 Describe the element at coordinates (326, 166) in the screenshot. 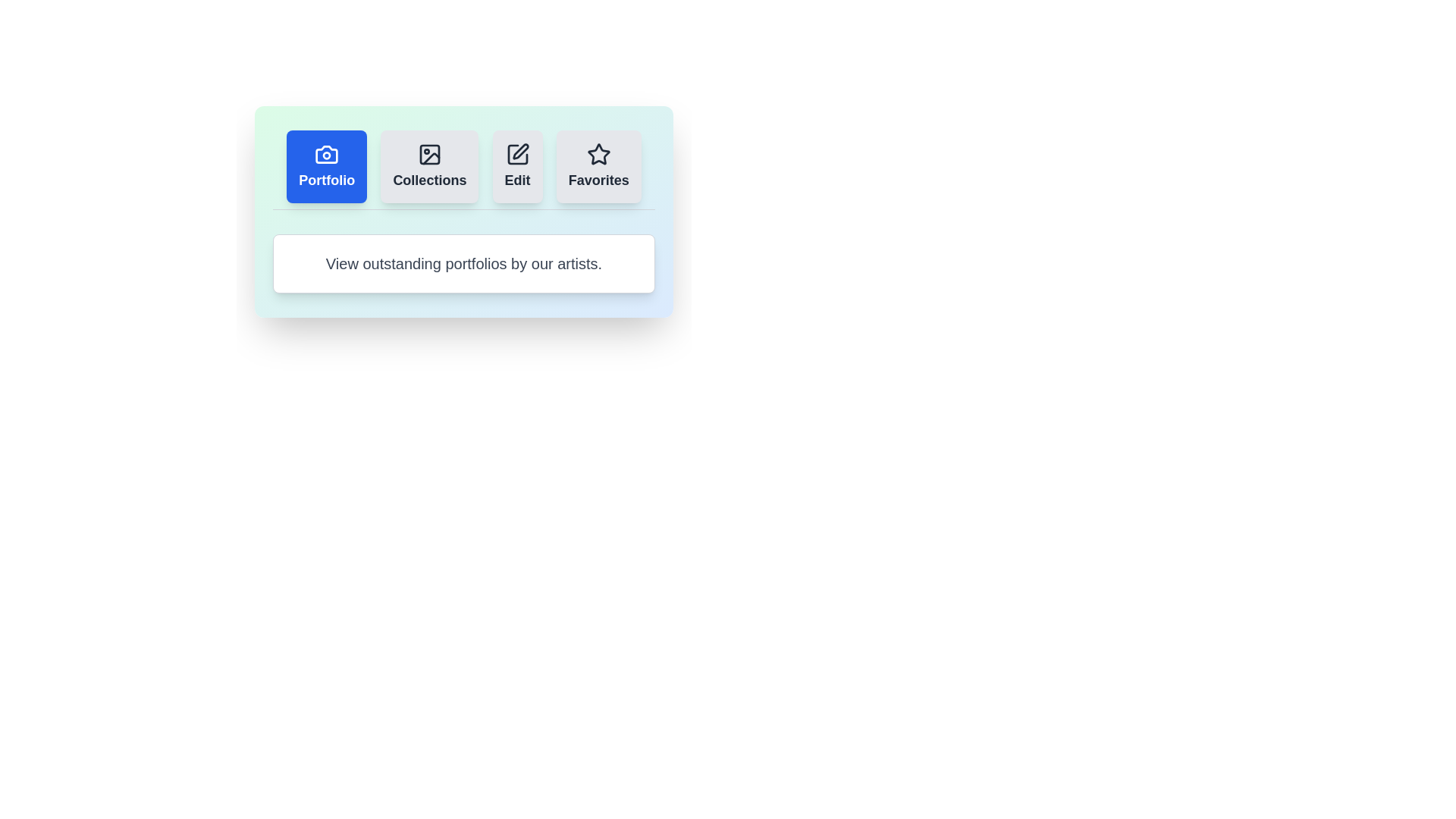

I see `the Portfolio tab by clicking on its button` at that location.